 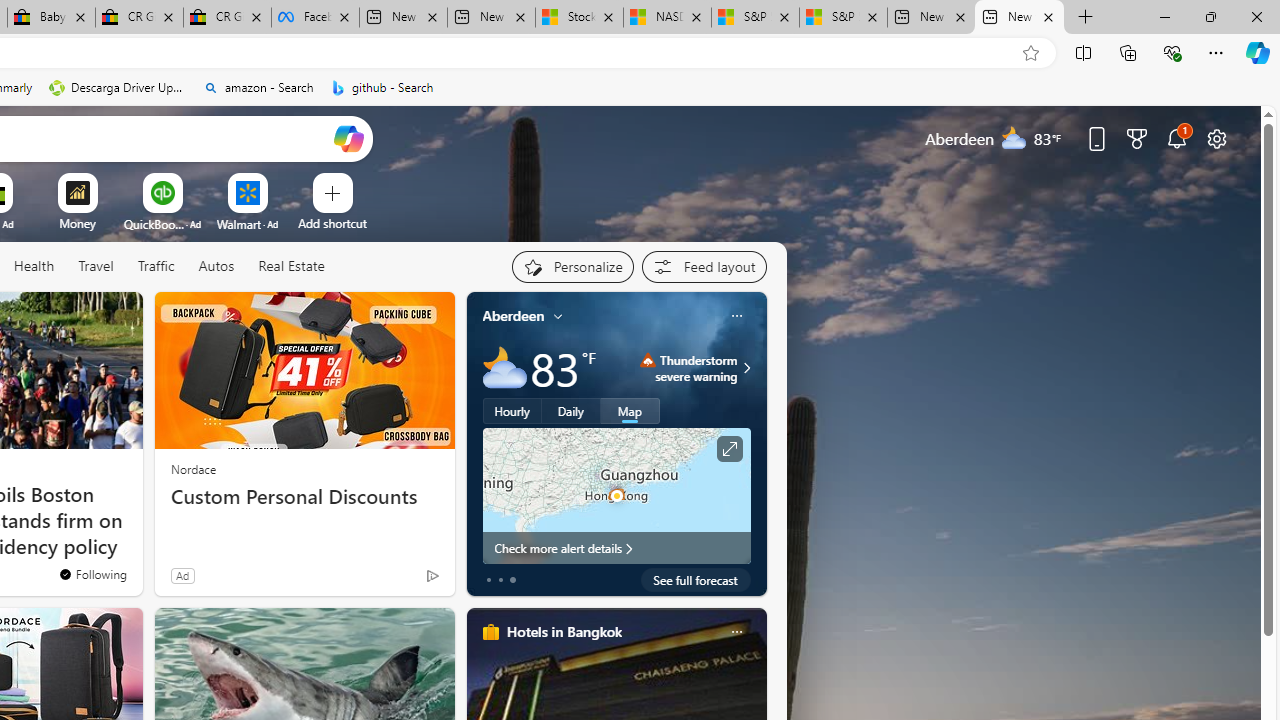 What do you see at coordinates (571, 266) in the screenshot?
I see `'Personalize your feed"'` at bounding box center [571, 266].